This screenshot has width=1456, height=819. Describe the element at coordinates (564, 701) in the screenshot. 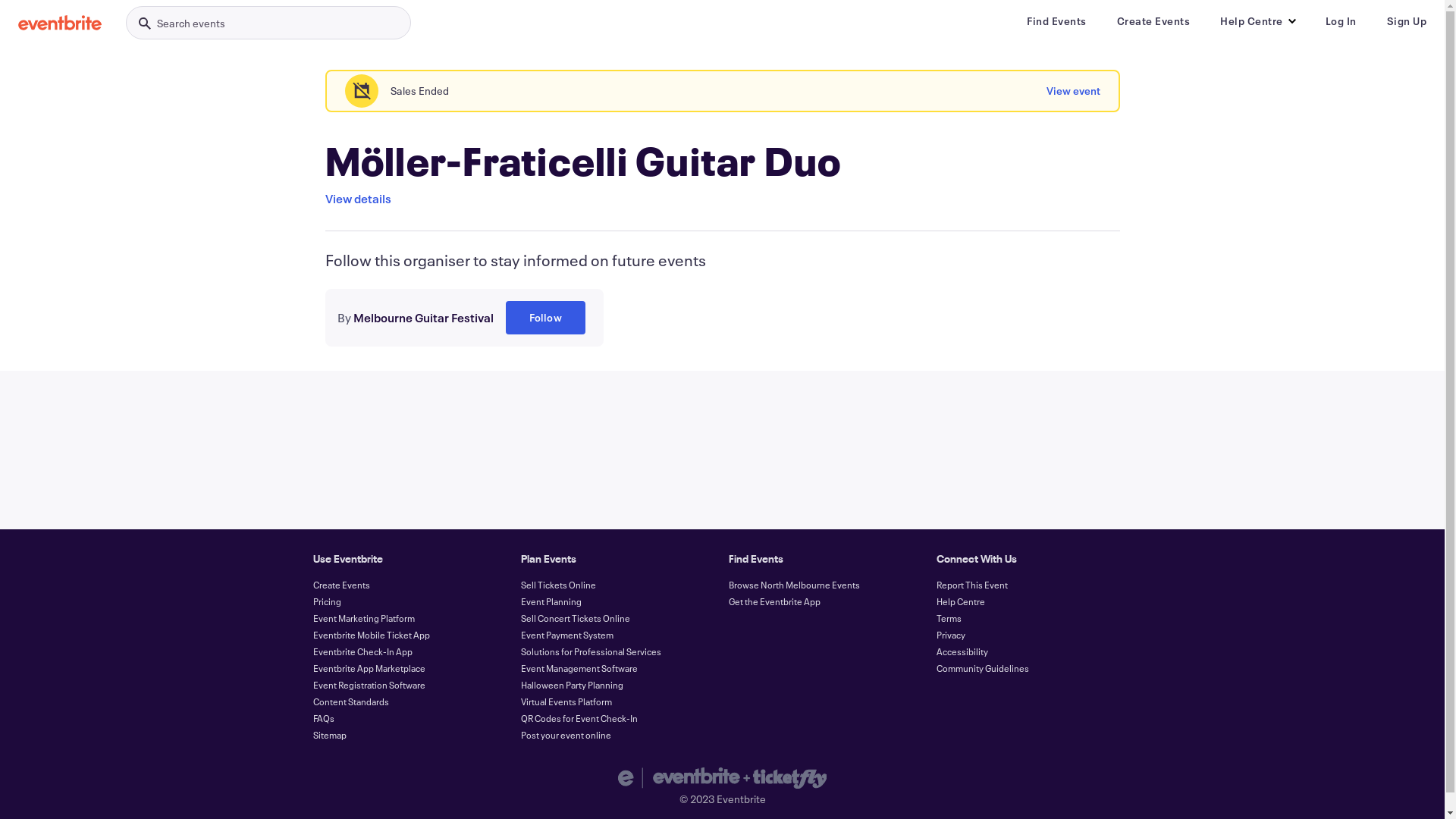

I see `'Virtual Events Platform'` at that location.